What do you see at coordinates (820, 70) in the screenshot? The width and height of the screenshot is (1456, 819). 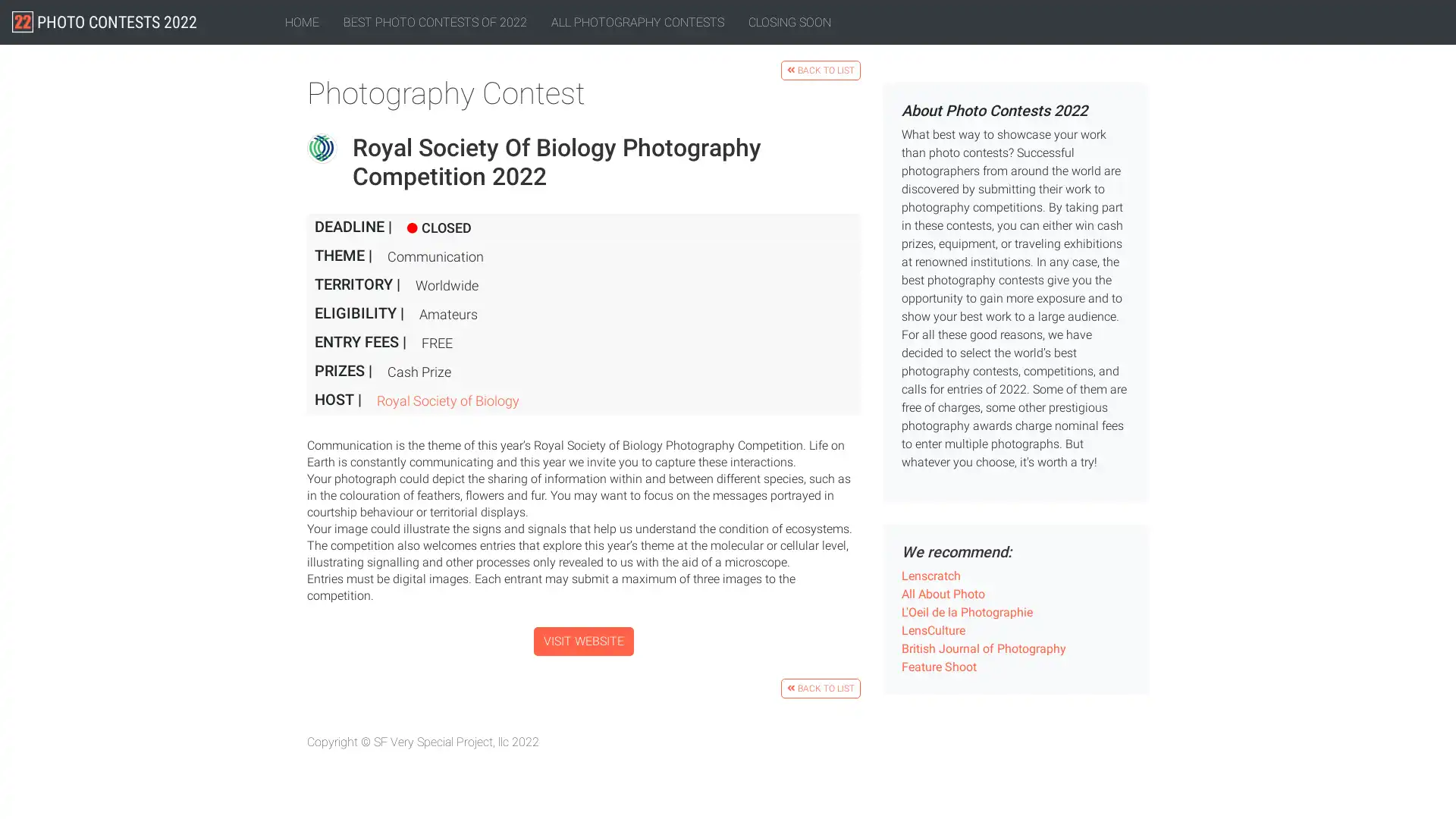 I see `BACK TO LIST` at bounding box center [820, 70].